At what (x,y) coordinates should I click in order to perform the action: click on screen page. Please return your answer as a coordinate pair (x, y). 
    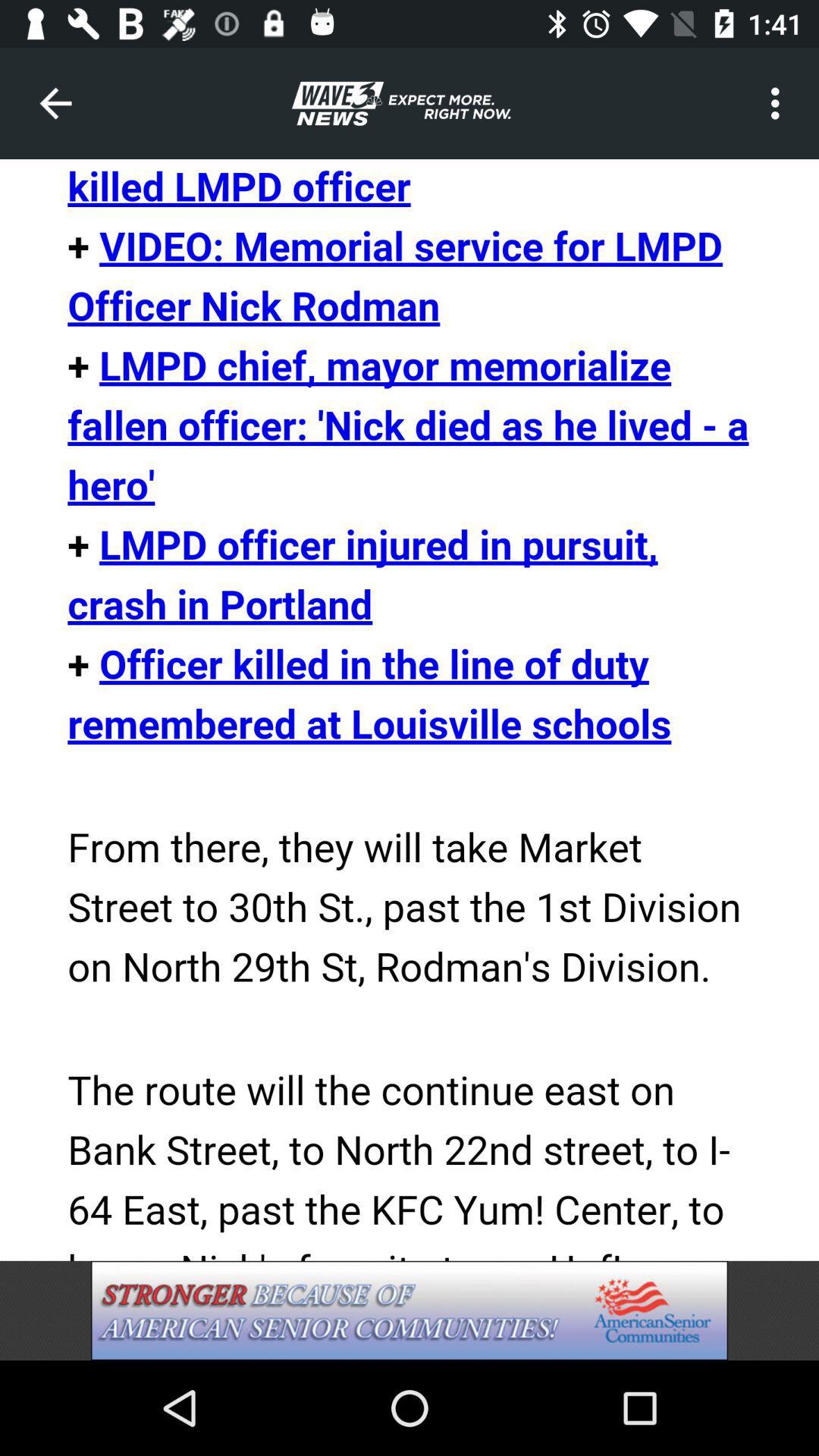
    Looking at the image, I should click on (409, 709).